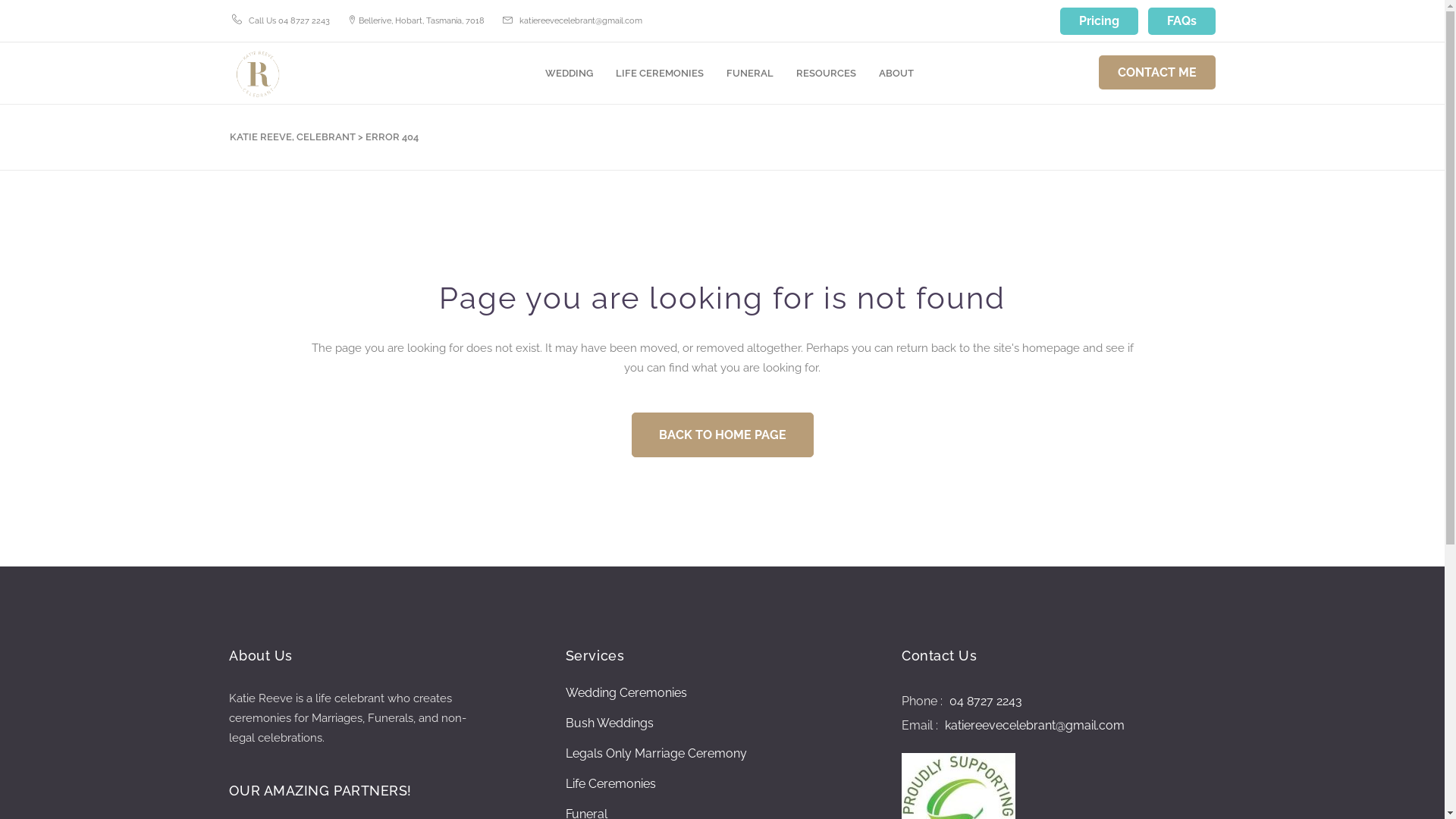 Image resolution: width=1456 pixels, height=819 pixels. What do you see at coordinates (1099, 20) in the screenshot?
I see `'Pricing'` at bounding box center [1099, 20].